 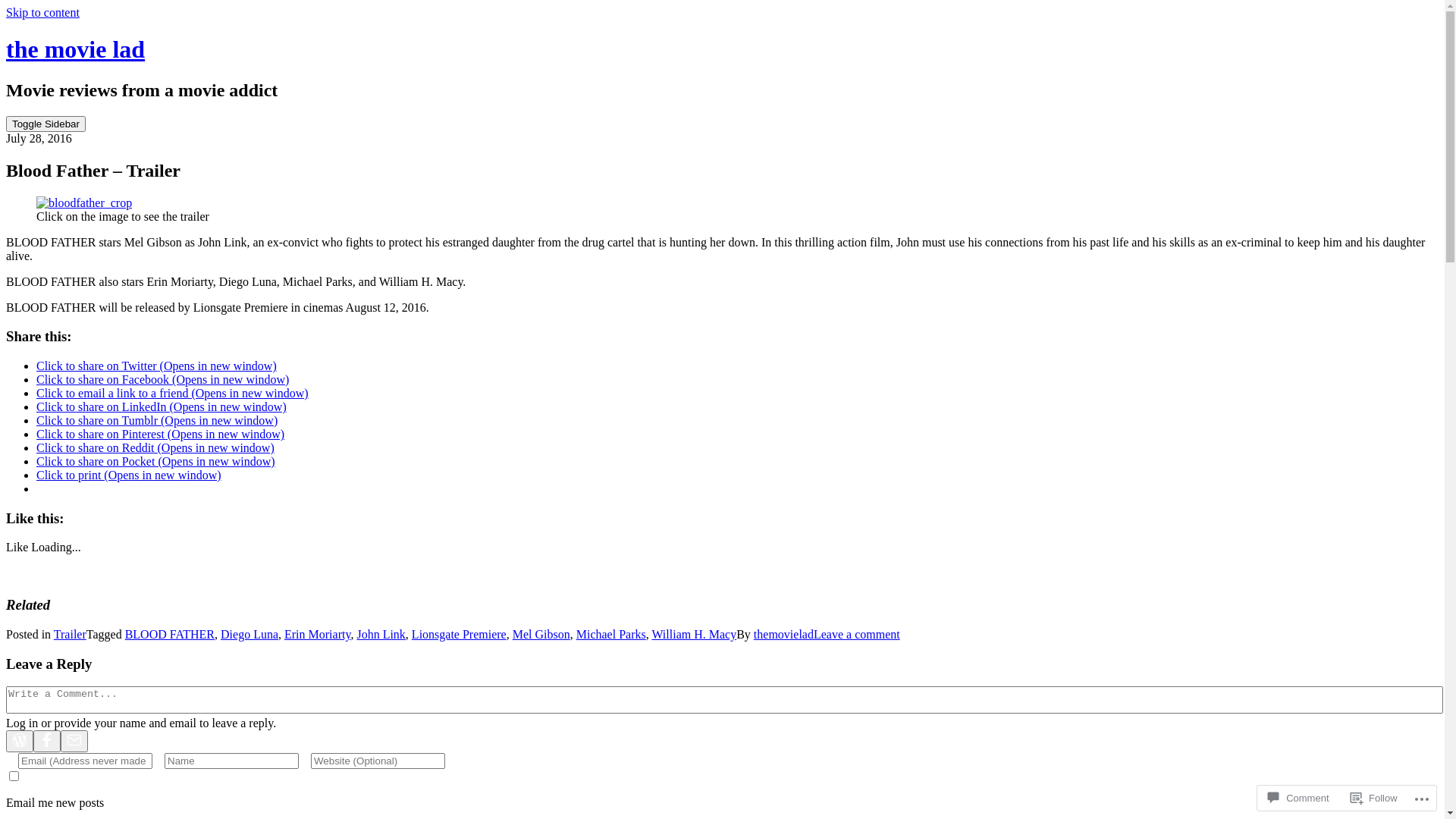 I want to click on 'Click to share on Twitter (Opens in new window)', so click(x=156, y=366).